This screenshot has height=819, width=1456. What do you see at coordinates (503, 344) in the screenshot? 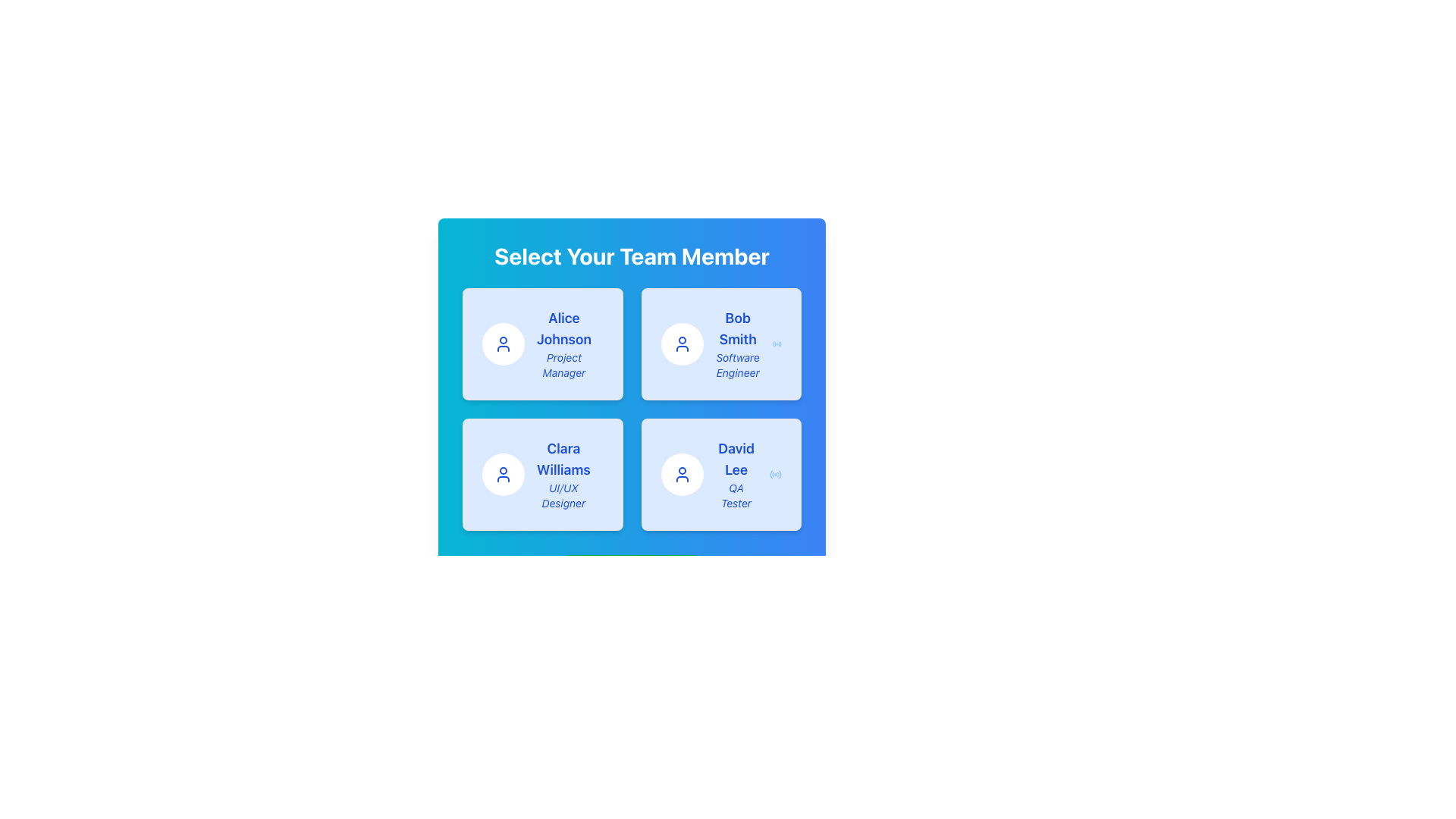
I see `the Avatar Icon representing 'Alice Johnson, Project Manager' located in the top-left position of the user selection area` at bounding box center [503, 344].